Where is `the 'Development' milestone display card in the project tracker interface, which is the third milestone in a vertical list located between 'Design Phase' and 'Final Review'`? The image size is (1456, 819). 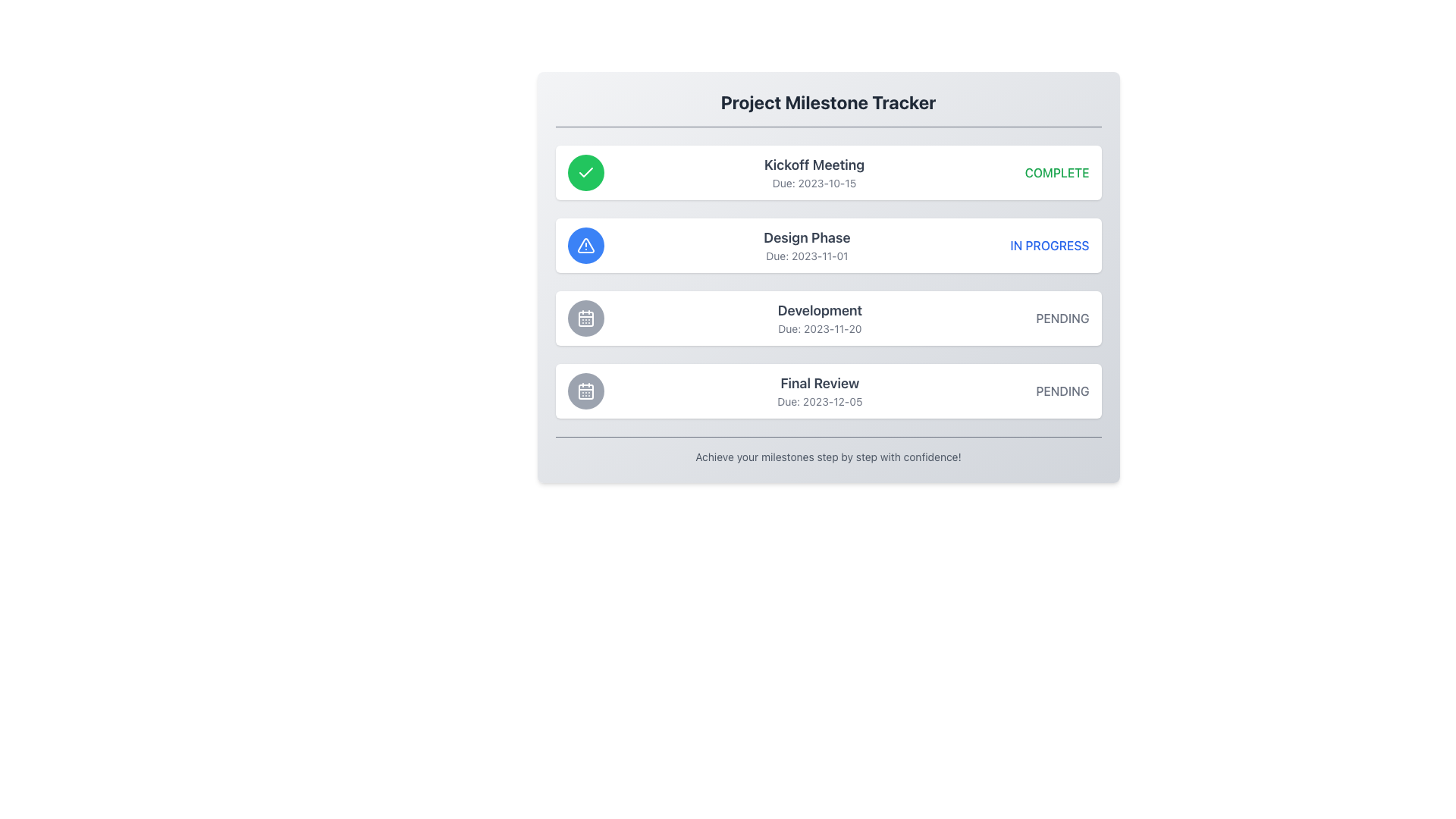
the 'Development' milestone display card in the project tracker interface, which is the third milestone in a vertical list located between 'Design Phase' and 'Final Review' is located at coordinates (827, 318).